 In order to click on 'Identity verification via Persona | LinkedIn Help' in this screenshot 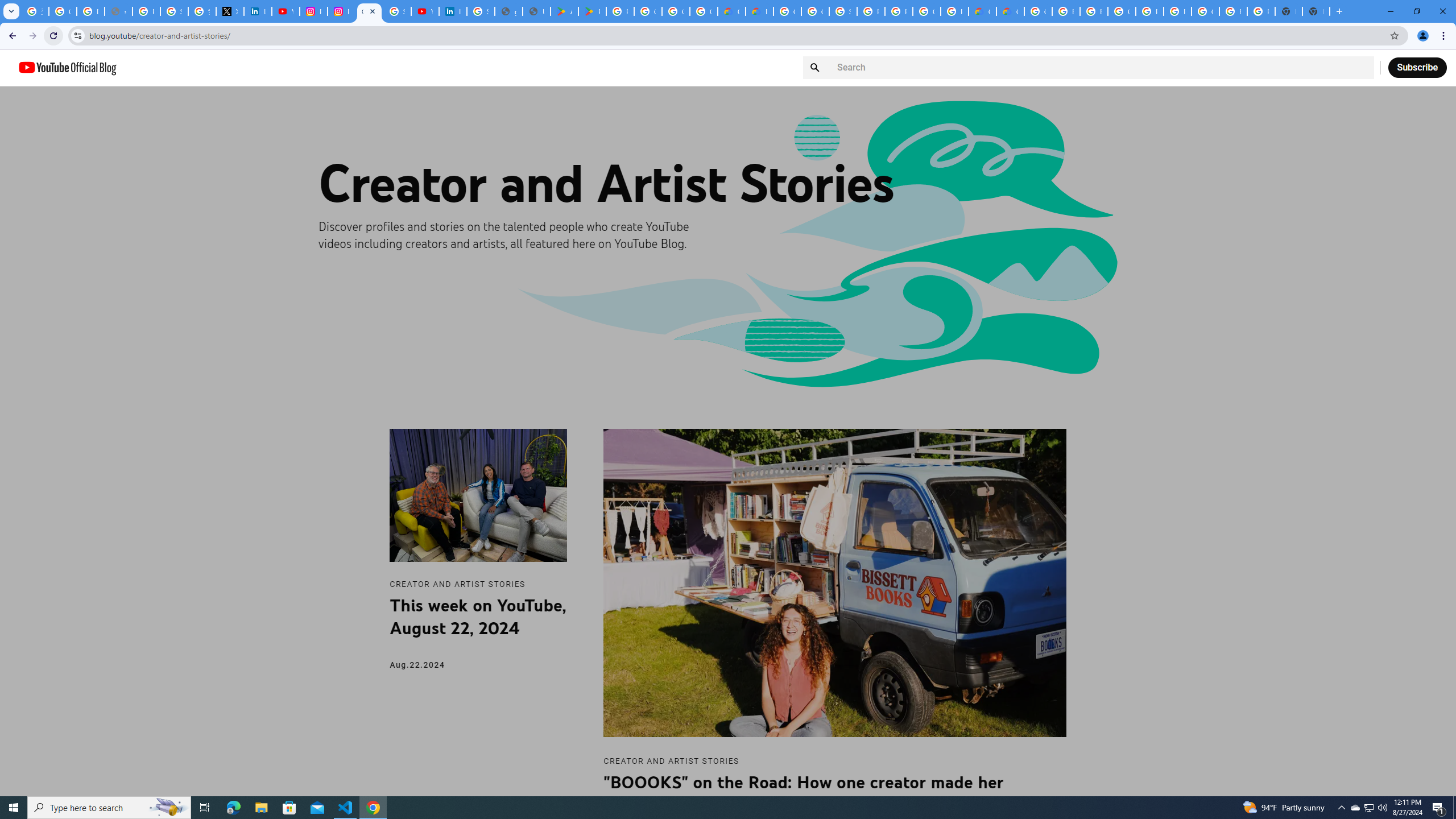, I will do `click(452, 11)`.